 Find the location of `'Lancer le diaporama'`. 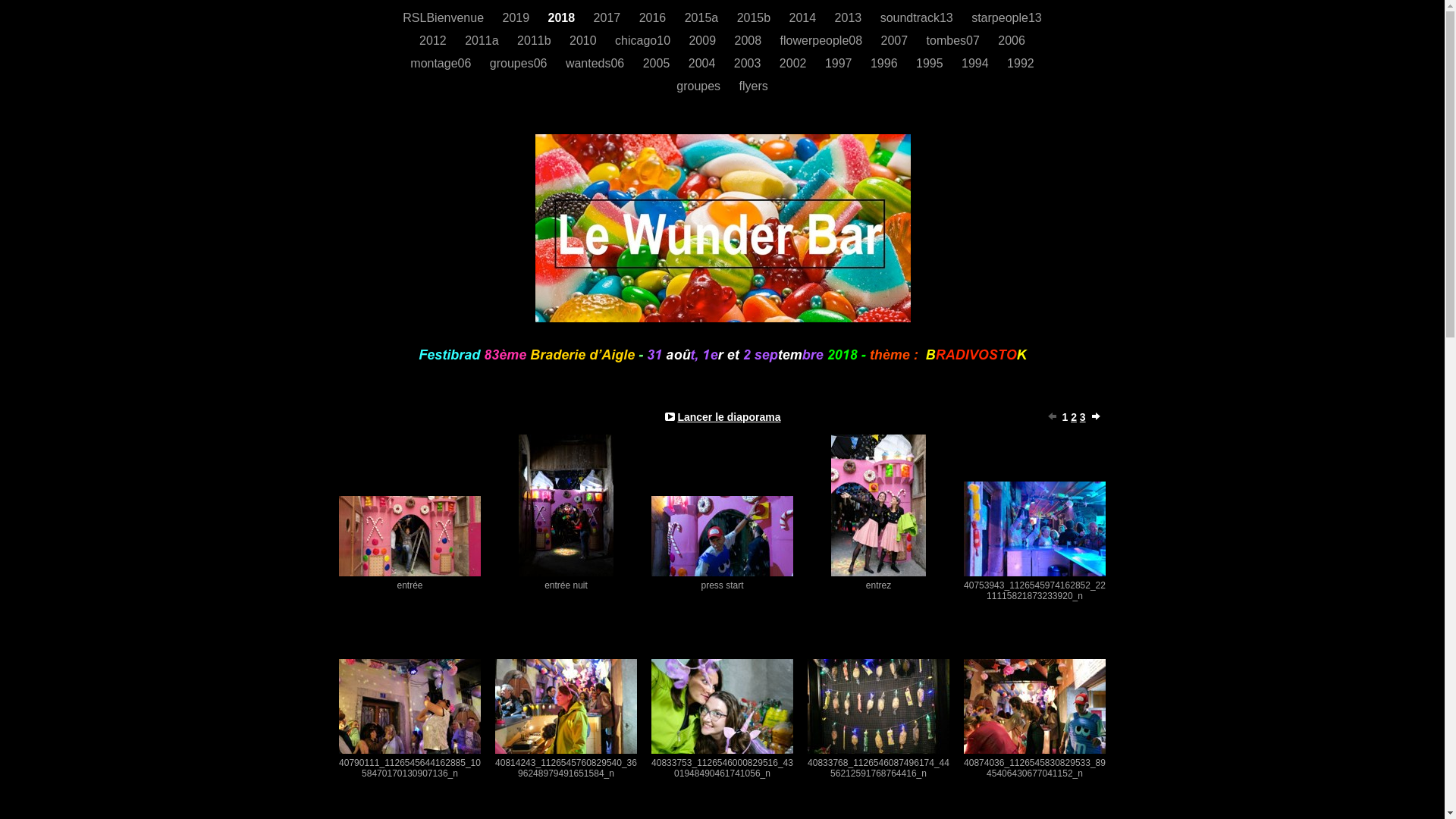

'Lancer le diaporama' is located at coordinates (728, 417).